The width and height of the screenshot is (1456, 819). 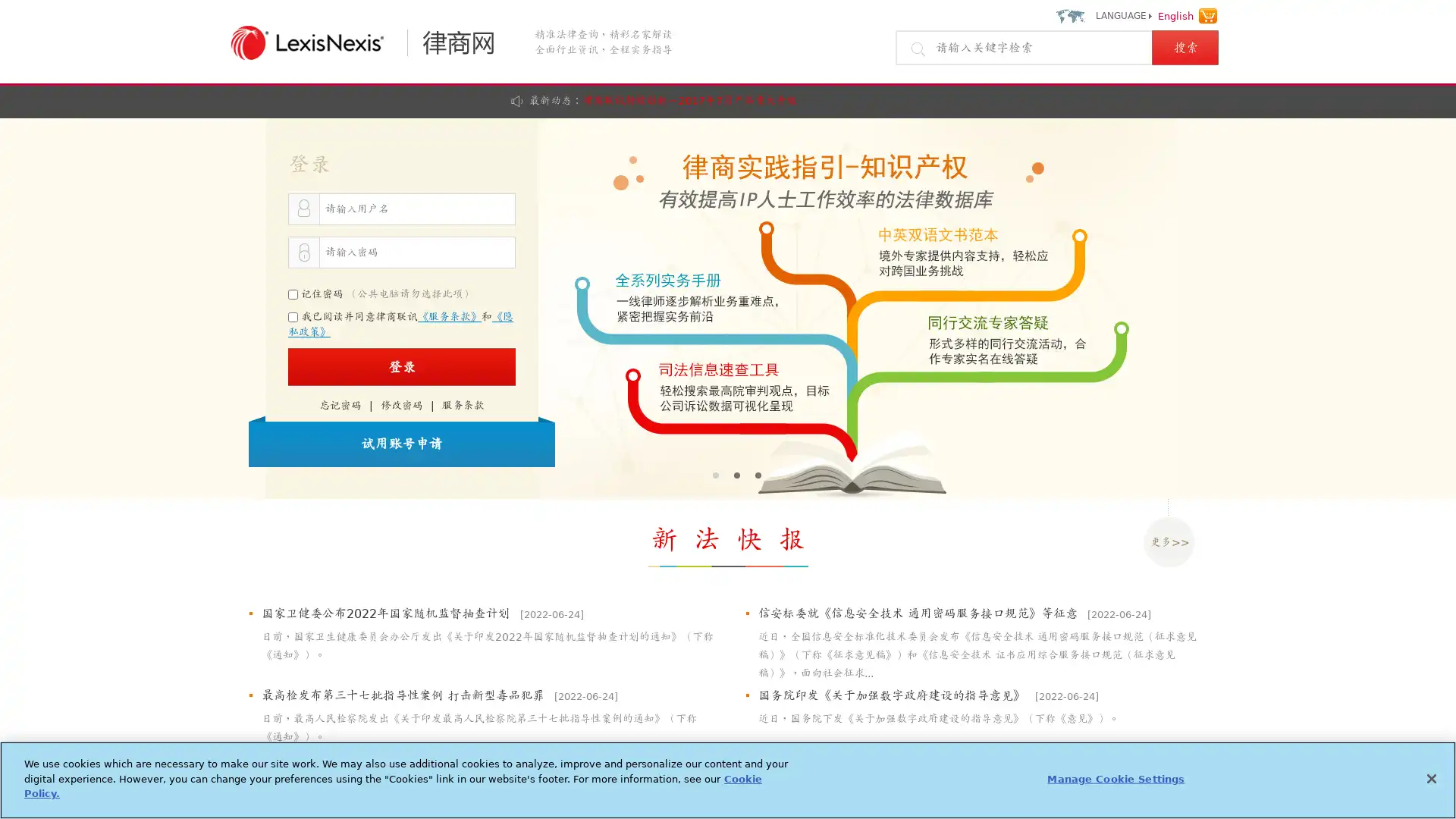 What do you see at coordinates (1430, 778) in the screenshot?
I see `Close` at bounding box center [1430, 778].